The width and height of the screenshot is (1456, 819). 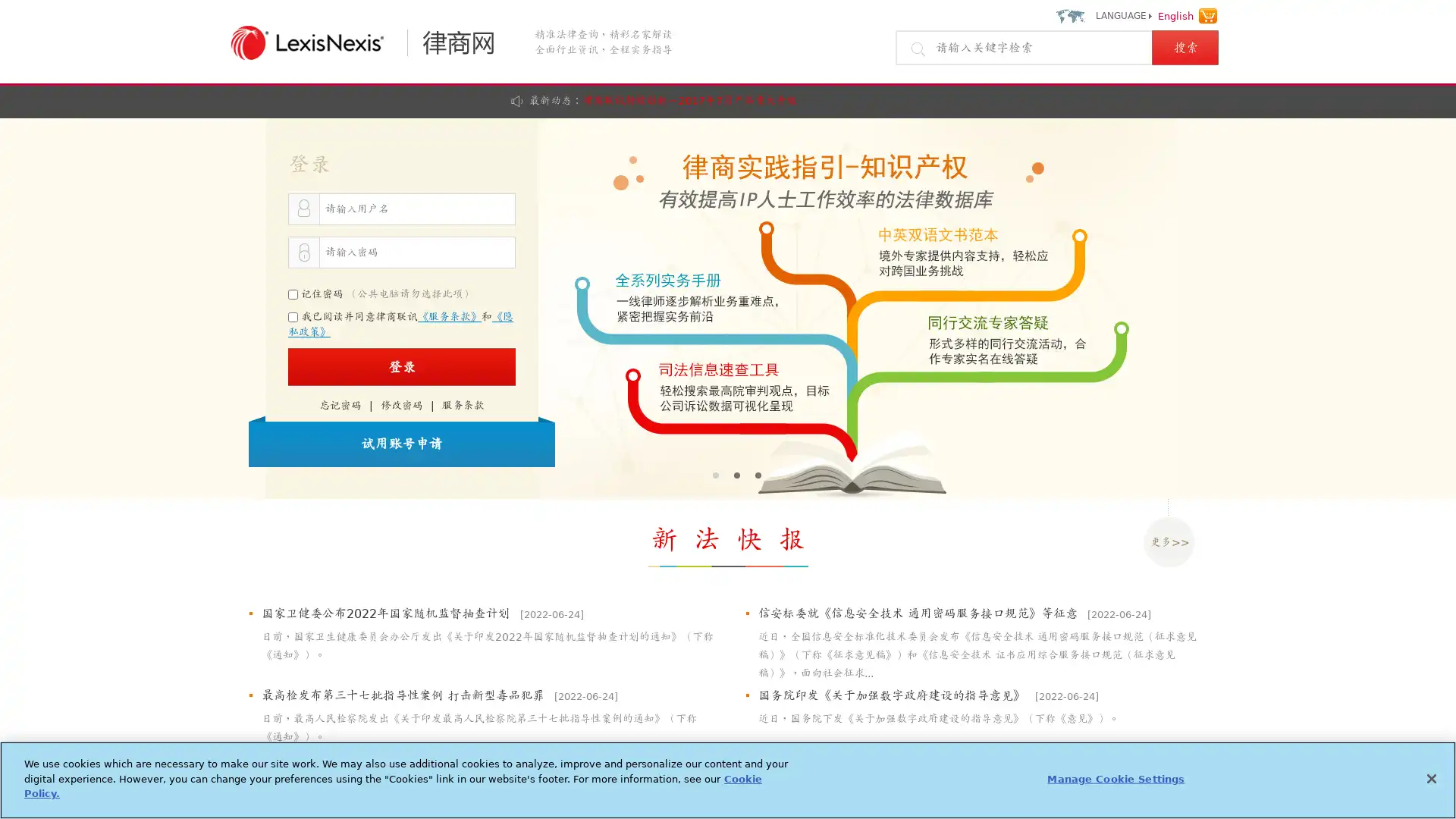 What do you see at coordinates (1430, 778) in the screenshot?
I see `Close` at bounding box center [1430, 778].